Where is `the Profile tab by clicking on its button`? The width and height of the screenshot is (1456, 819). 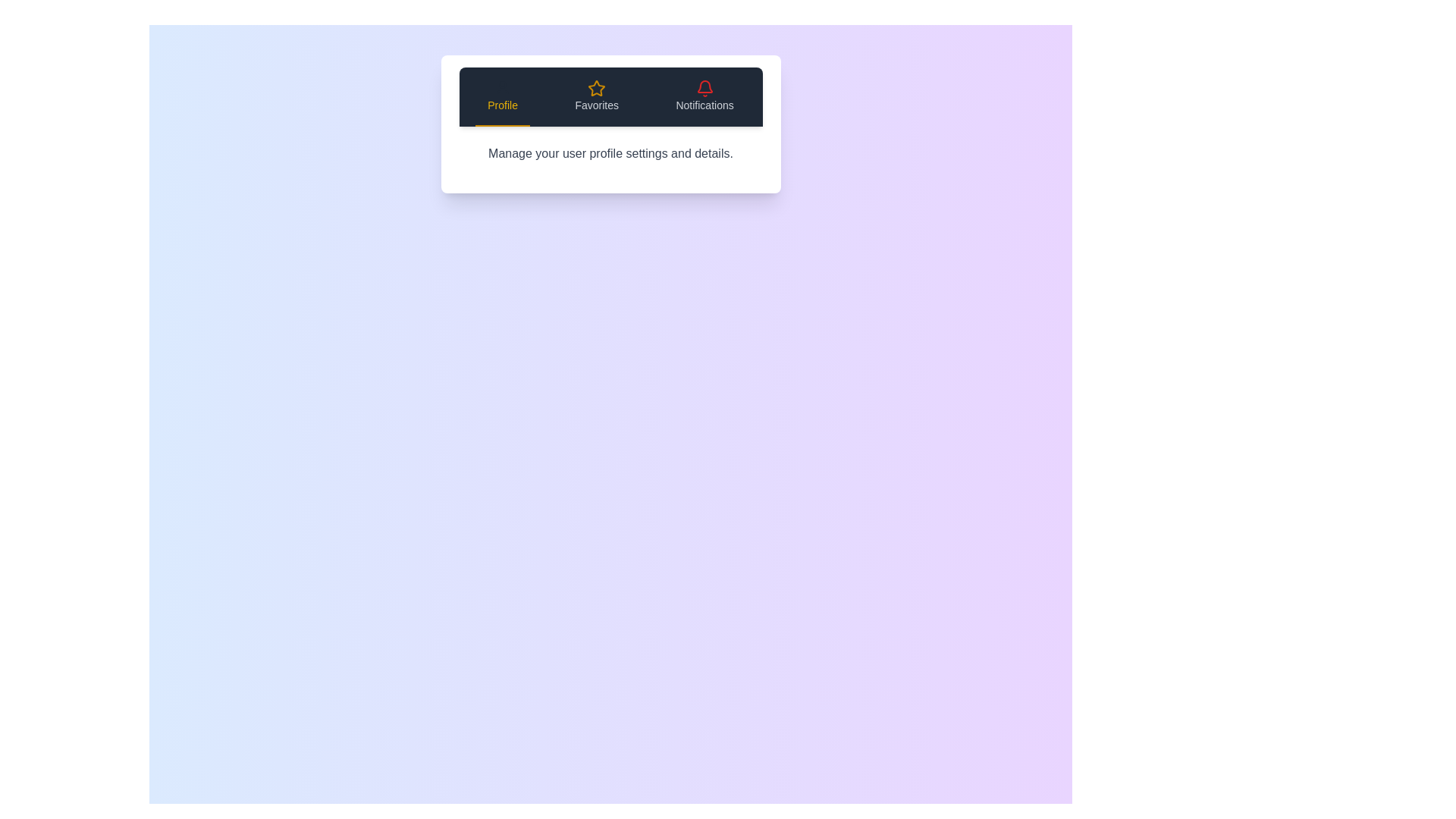
the Profile tab by clicking on its button is located at coordinates (503, 96).